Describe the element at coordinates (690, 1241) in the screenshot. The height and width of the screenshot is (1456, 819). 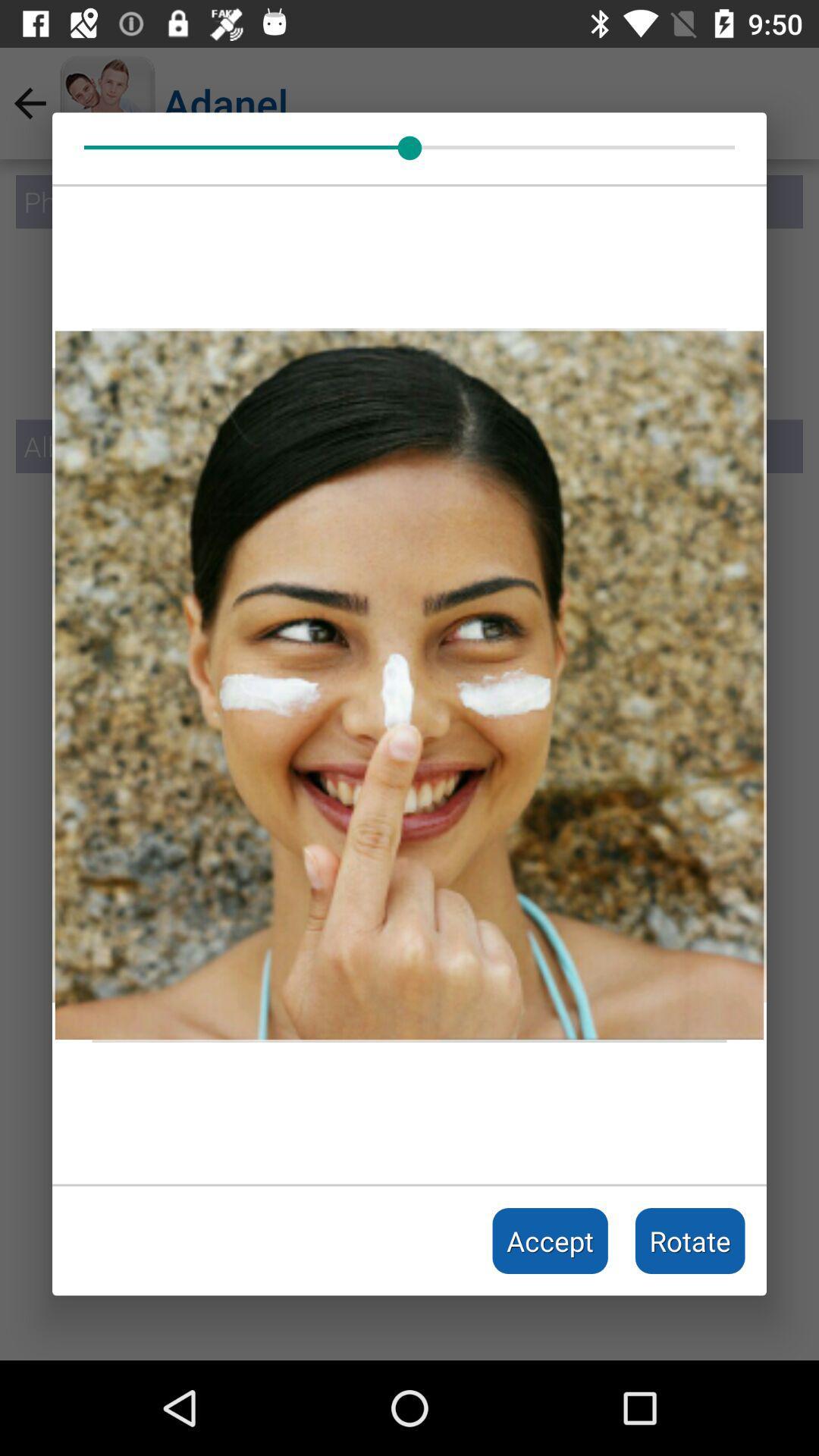
I see `rotate icon` at that location.